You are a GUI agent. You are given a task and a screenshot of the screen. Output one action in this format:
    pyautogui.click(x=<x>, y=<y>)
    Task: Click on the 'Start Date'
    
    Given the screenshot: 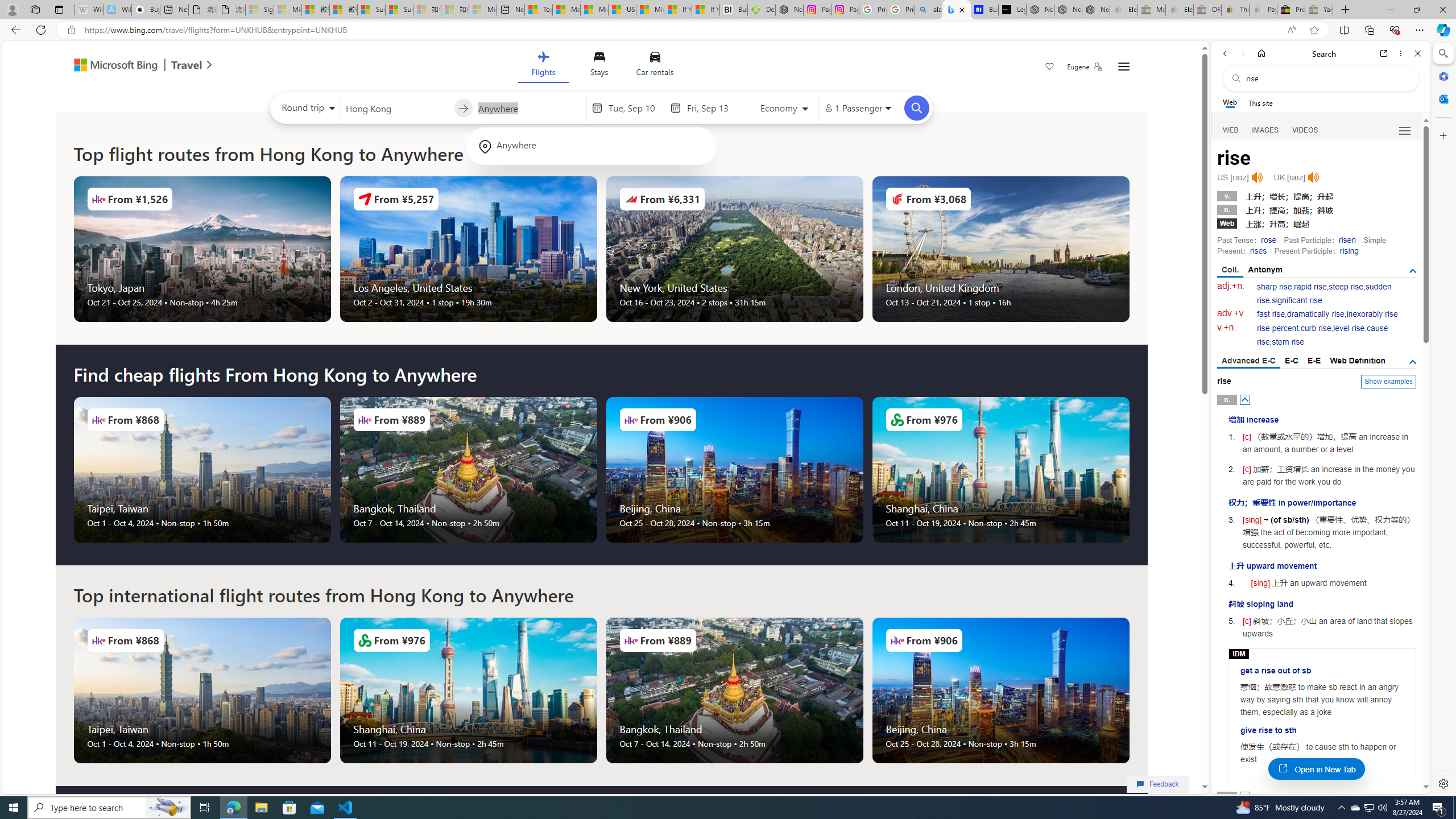 What is the action you would take?
    pyautogui.click(x=635, y=107)
    